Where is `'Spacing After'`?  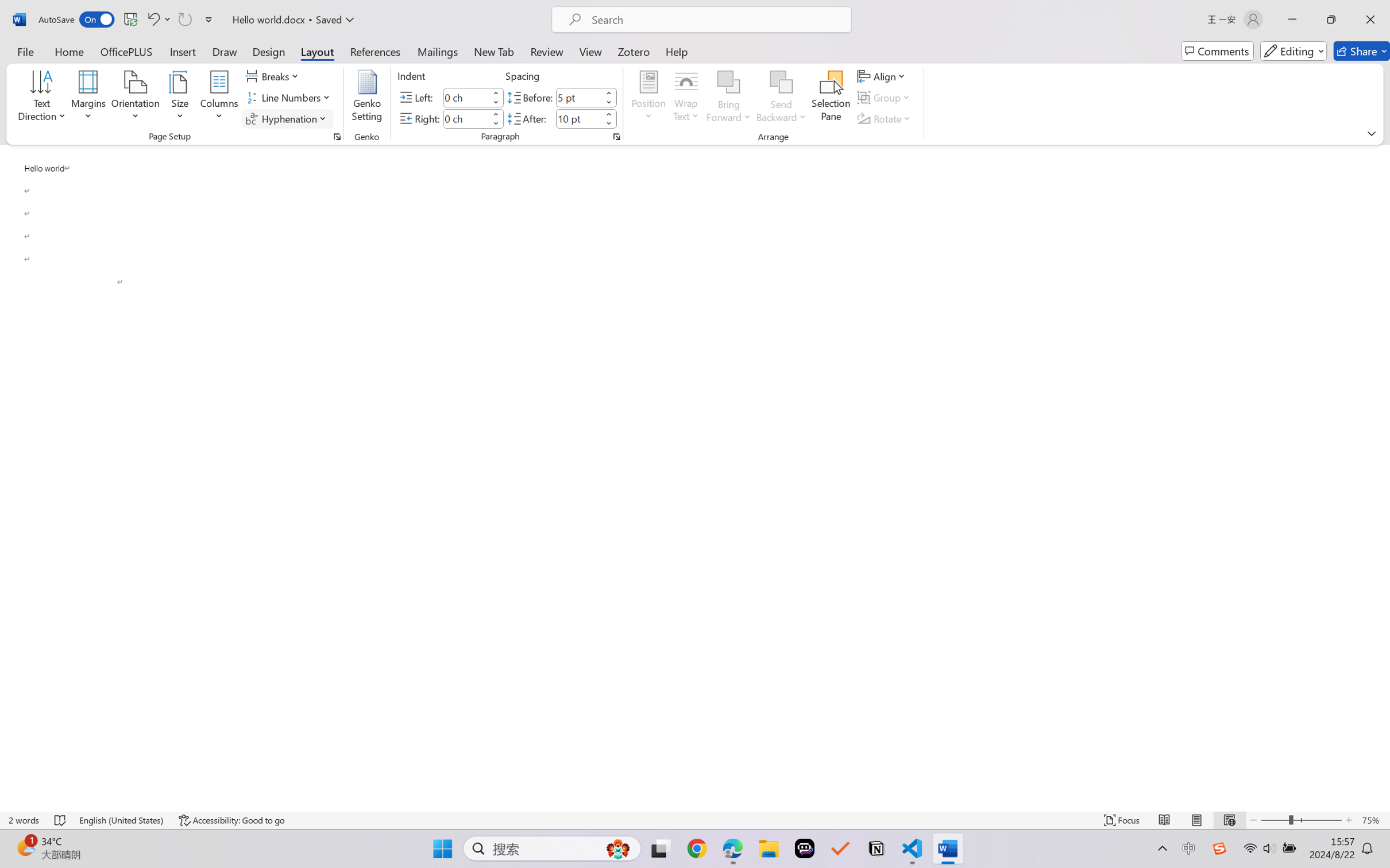 'Spacing After' is located at coordinates (578, 118).